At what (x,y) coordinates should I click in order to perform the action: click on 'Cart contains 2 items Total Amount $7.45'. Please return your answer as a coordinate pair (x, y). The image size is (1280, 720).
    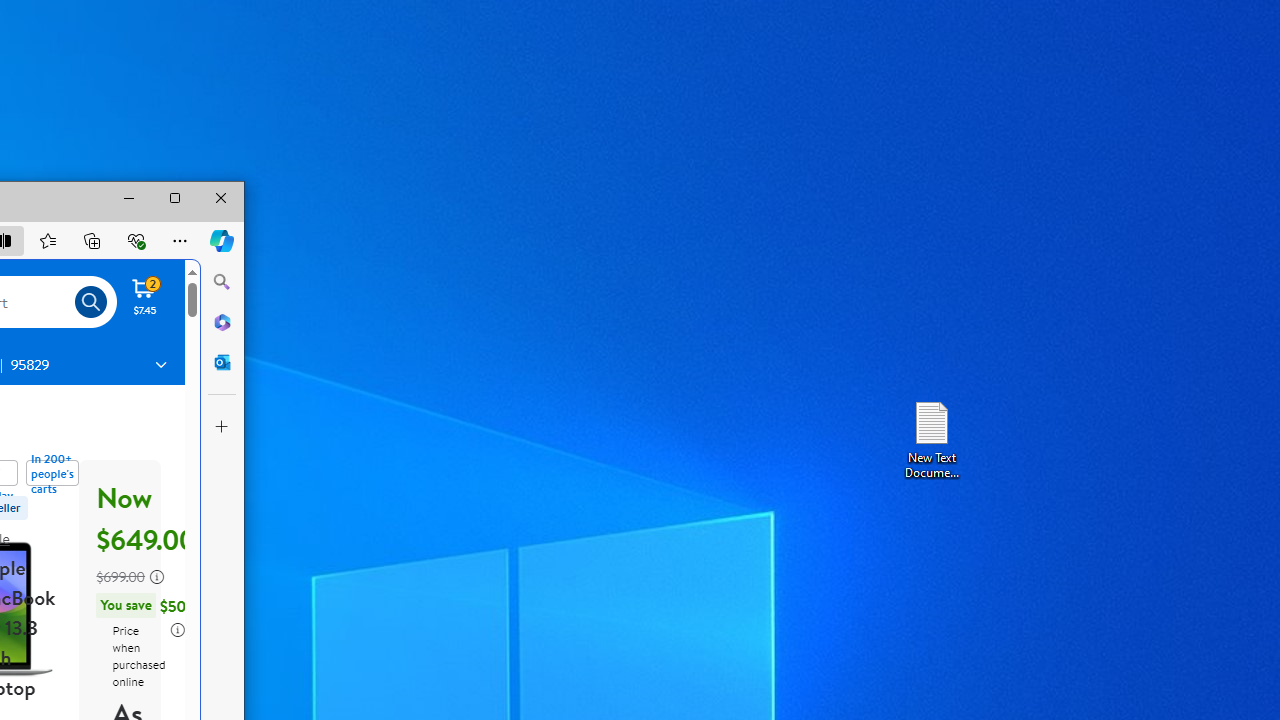
    Looking at the image, I should click on (144, 295).